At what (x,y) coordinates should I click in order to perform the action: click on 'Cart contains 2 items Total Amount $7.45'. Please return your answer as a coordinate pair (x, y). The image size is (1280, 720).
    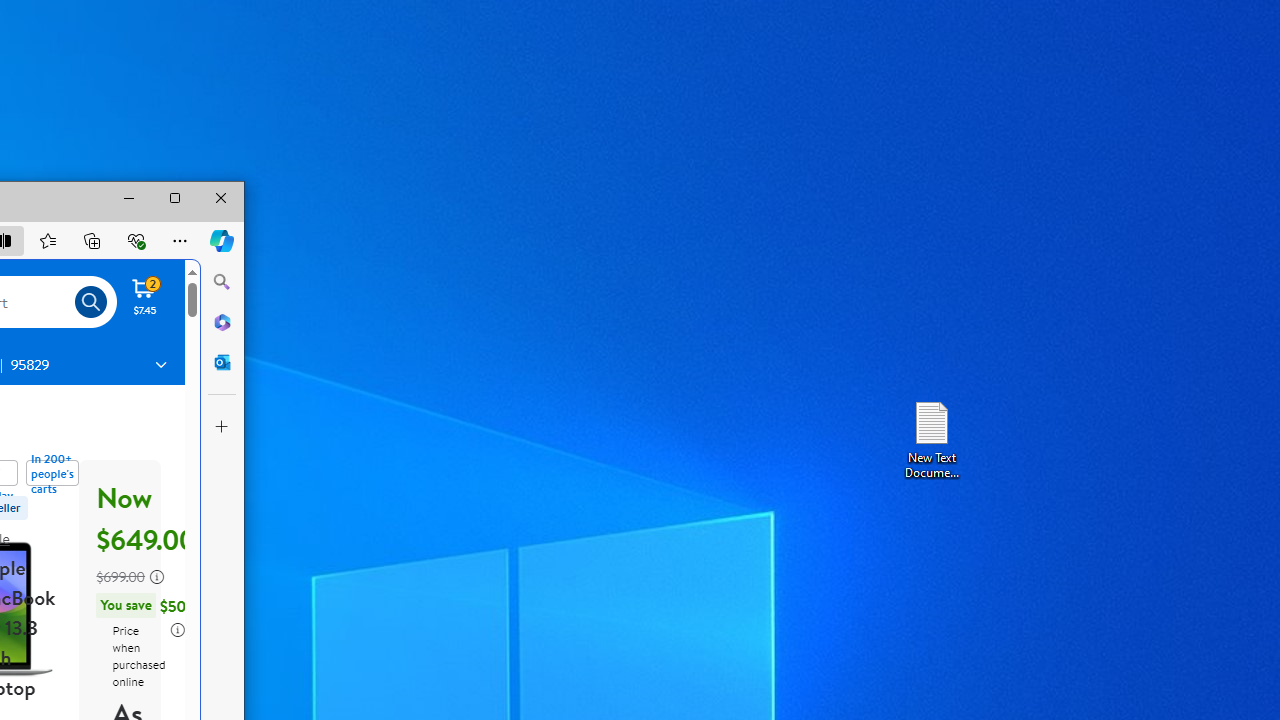
    Looking at the image, I should click on (144, 295).